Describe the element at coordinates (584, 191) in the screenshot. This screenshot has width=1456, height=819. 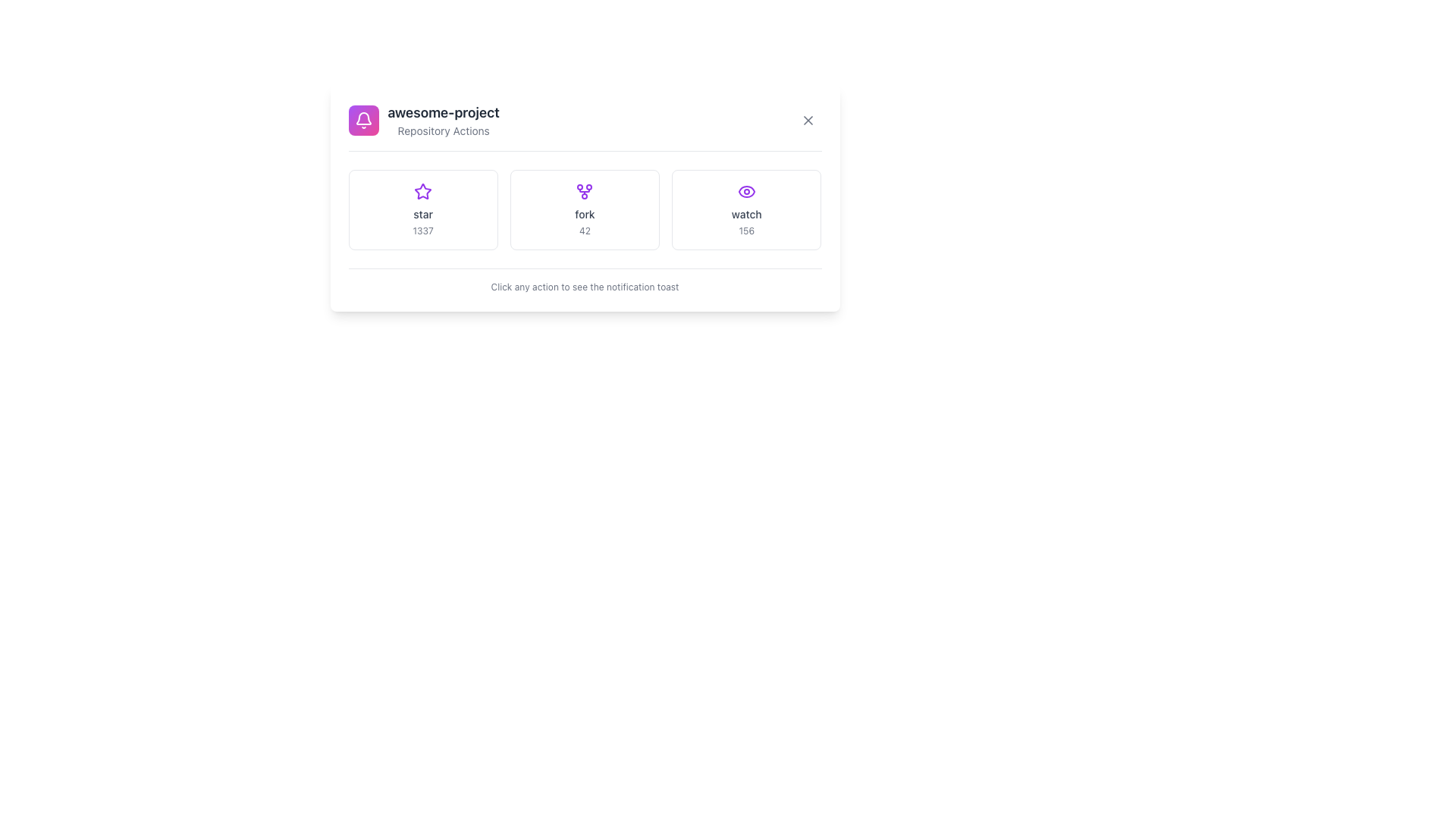
I see `the purple fork diagram icon located within the 'Repository Actions' panel, specifically` at that location.